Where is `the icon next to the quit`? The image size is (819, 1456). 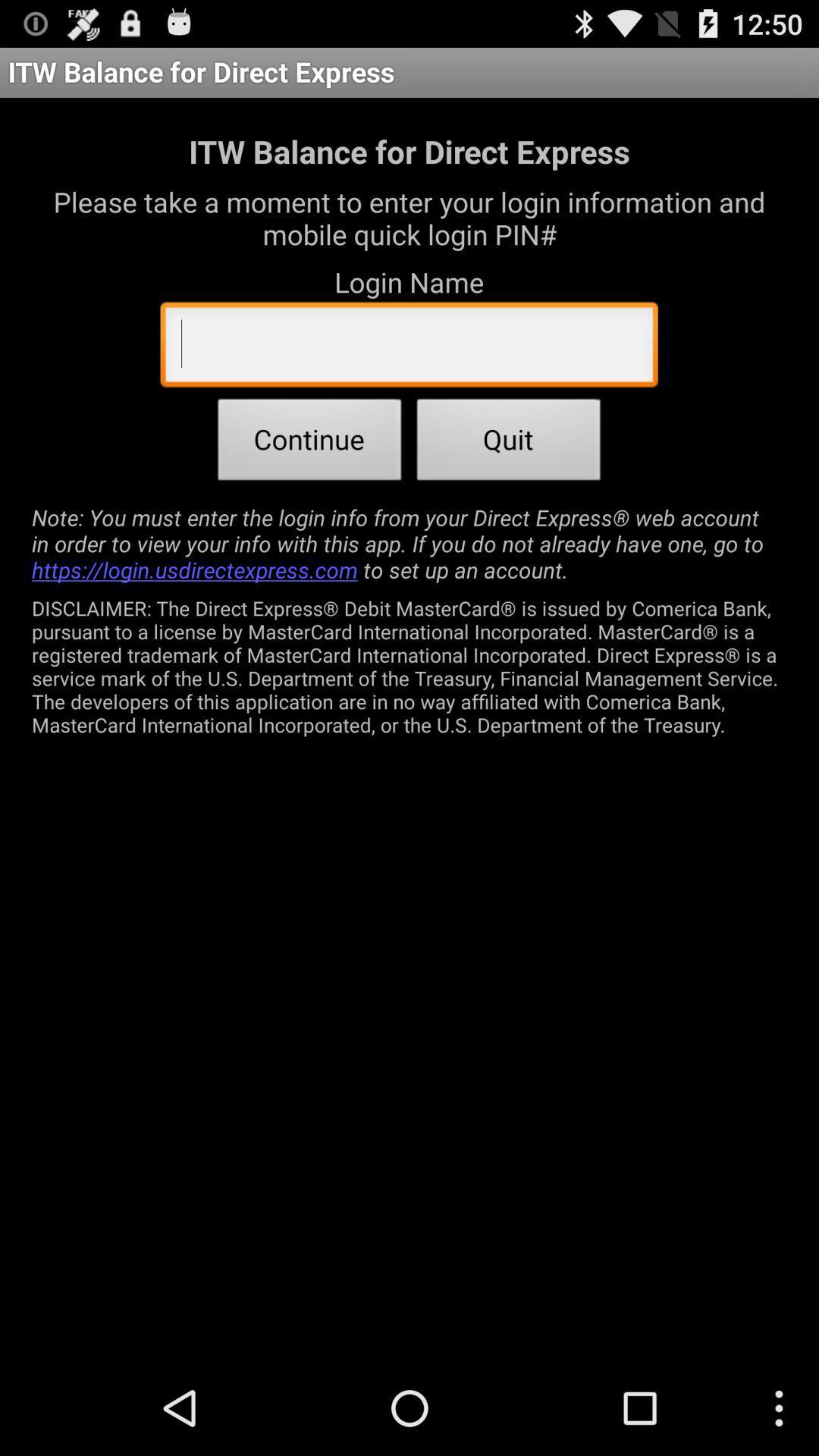 the icon next to the quit is located at coordinates (309, 443).